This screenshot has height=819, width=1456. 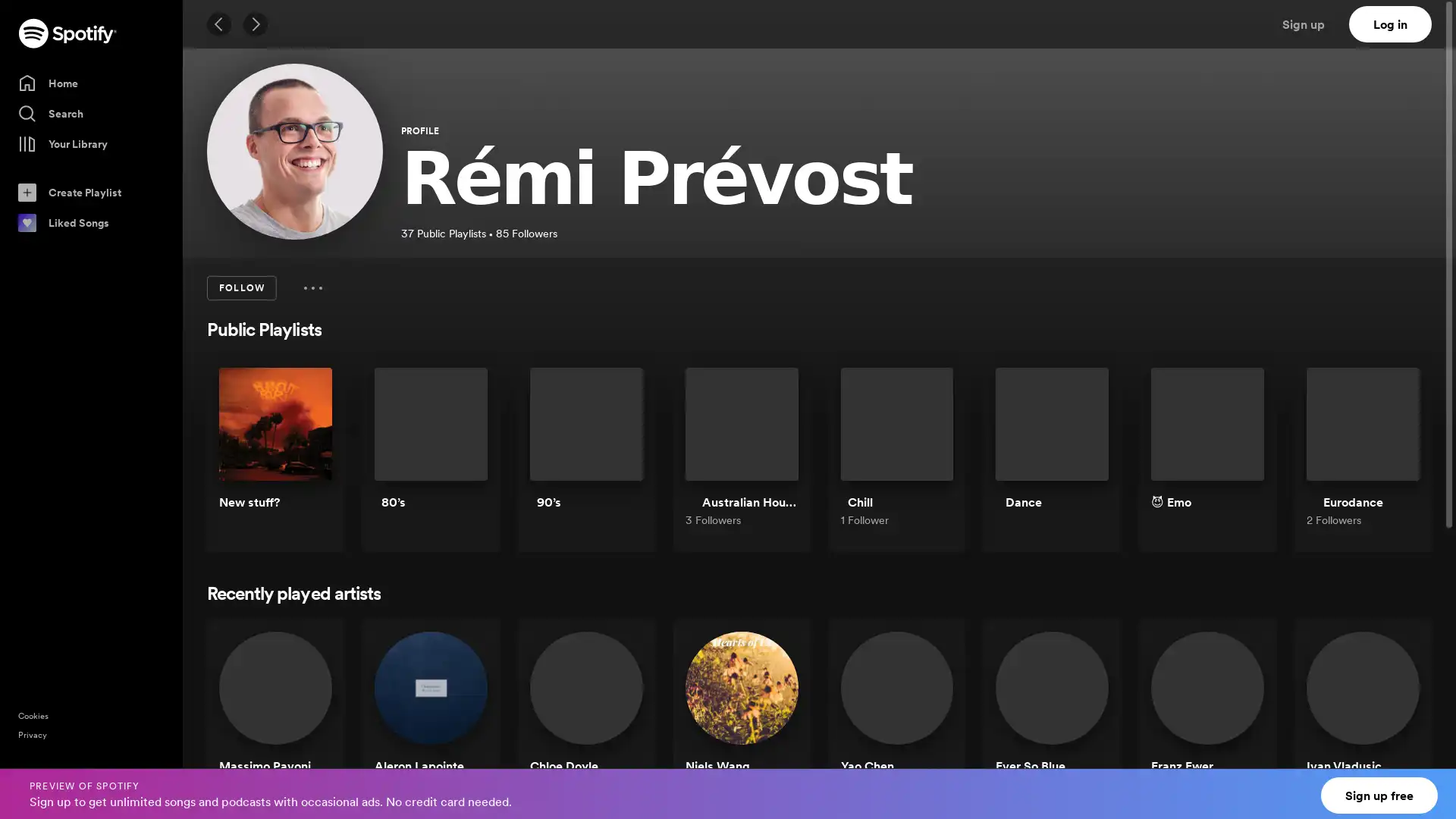 I want to click on Play  Eurodance, so click(x=1395, y=461).